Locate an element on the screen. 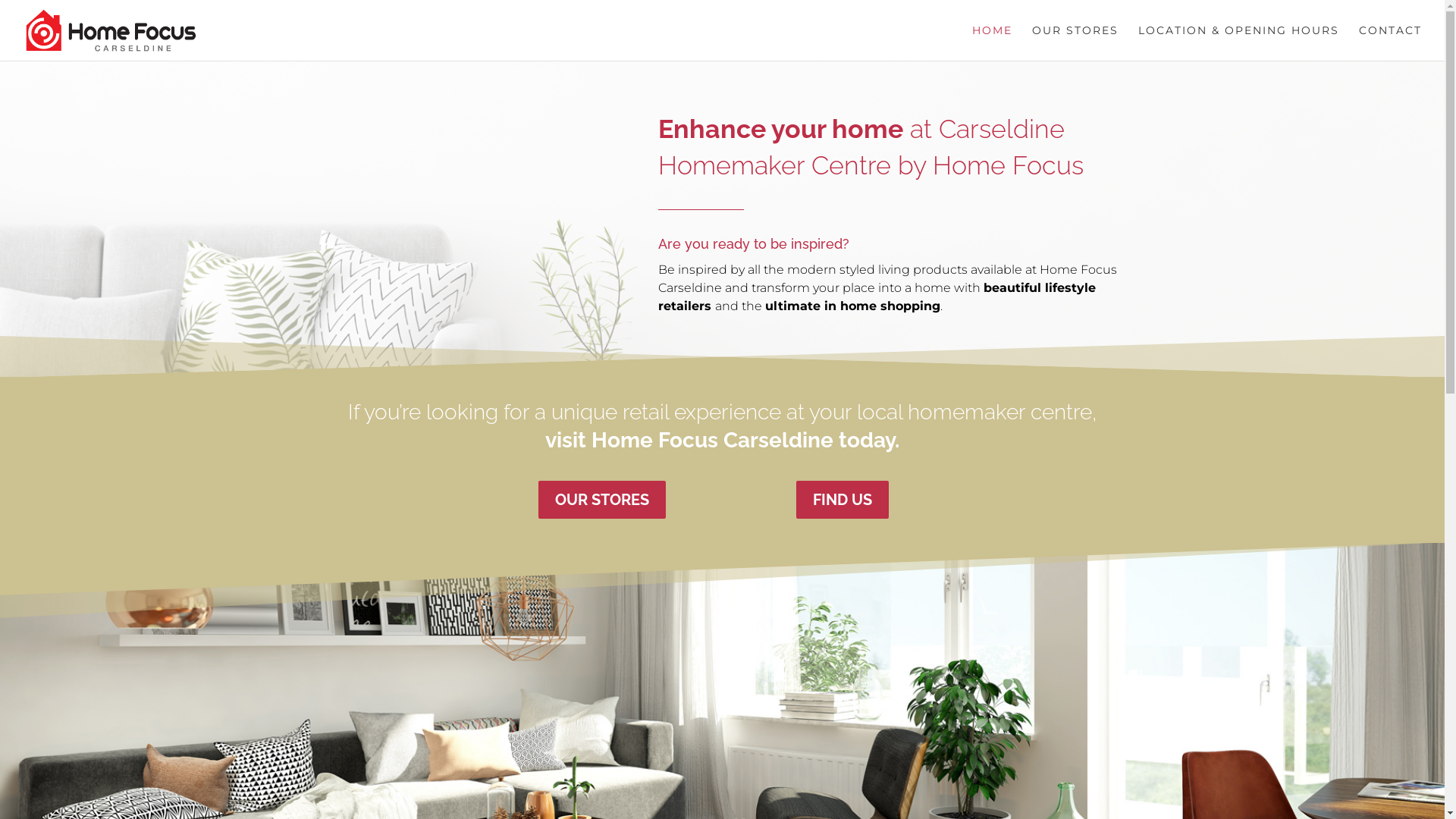 The height and width of the screenshot is (819, 1456). 'CONTACT' is located at coordinates (1358, 42).